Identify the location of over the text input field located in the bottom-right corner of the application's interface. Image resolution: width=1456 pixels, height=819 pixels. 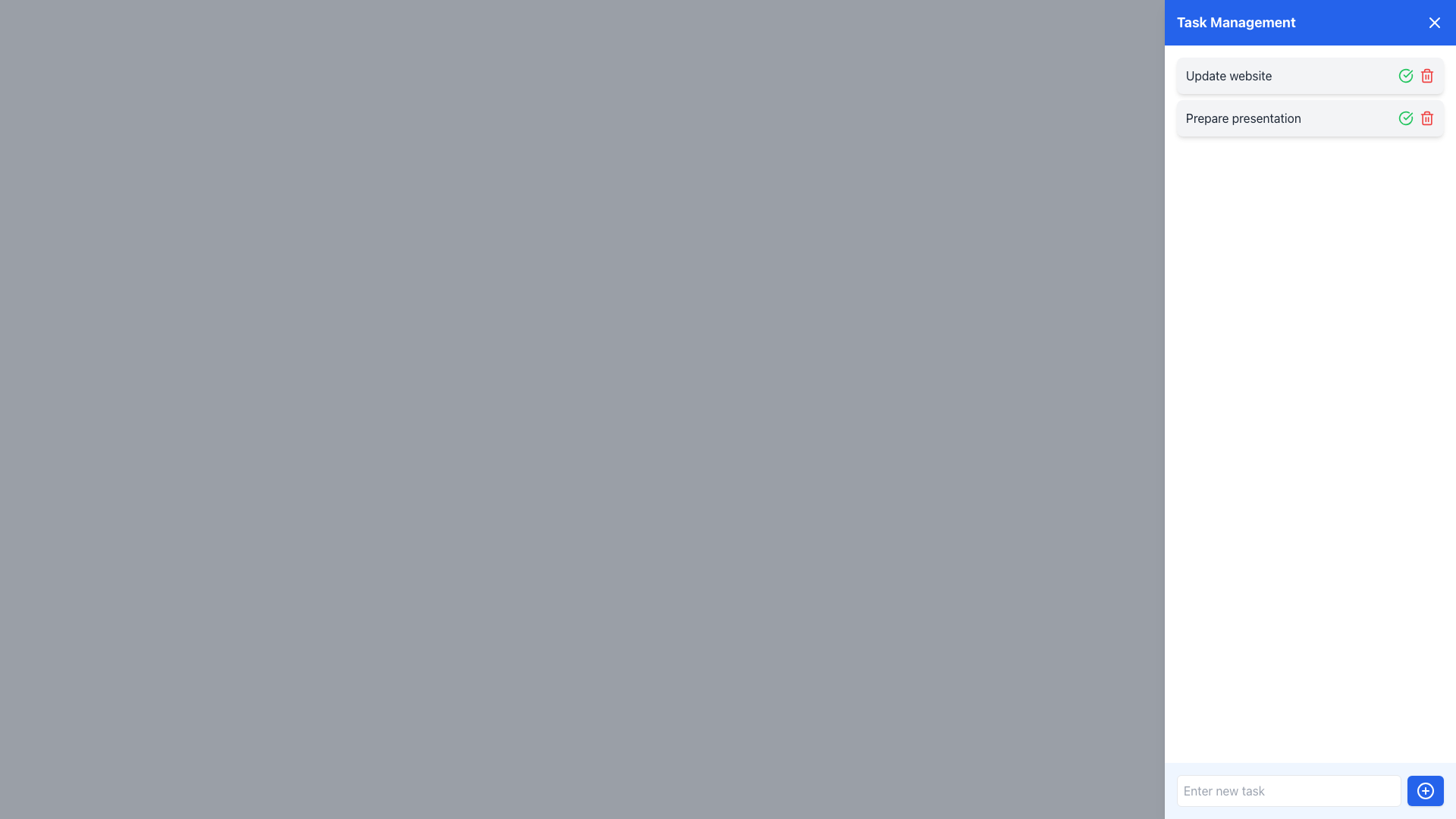
(1288, 789).